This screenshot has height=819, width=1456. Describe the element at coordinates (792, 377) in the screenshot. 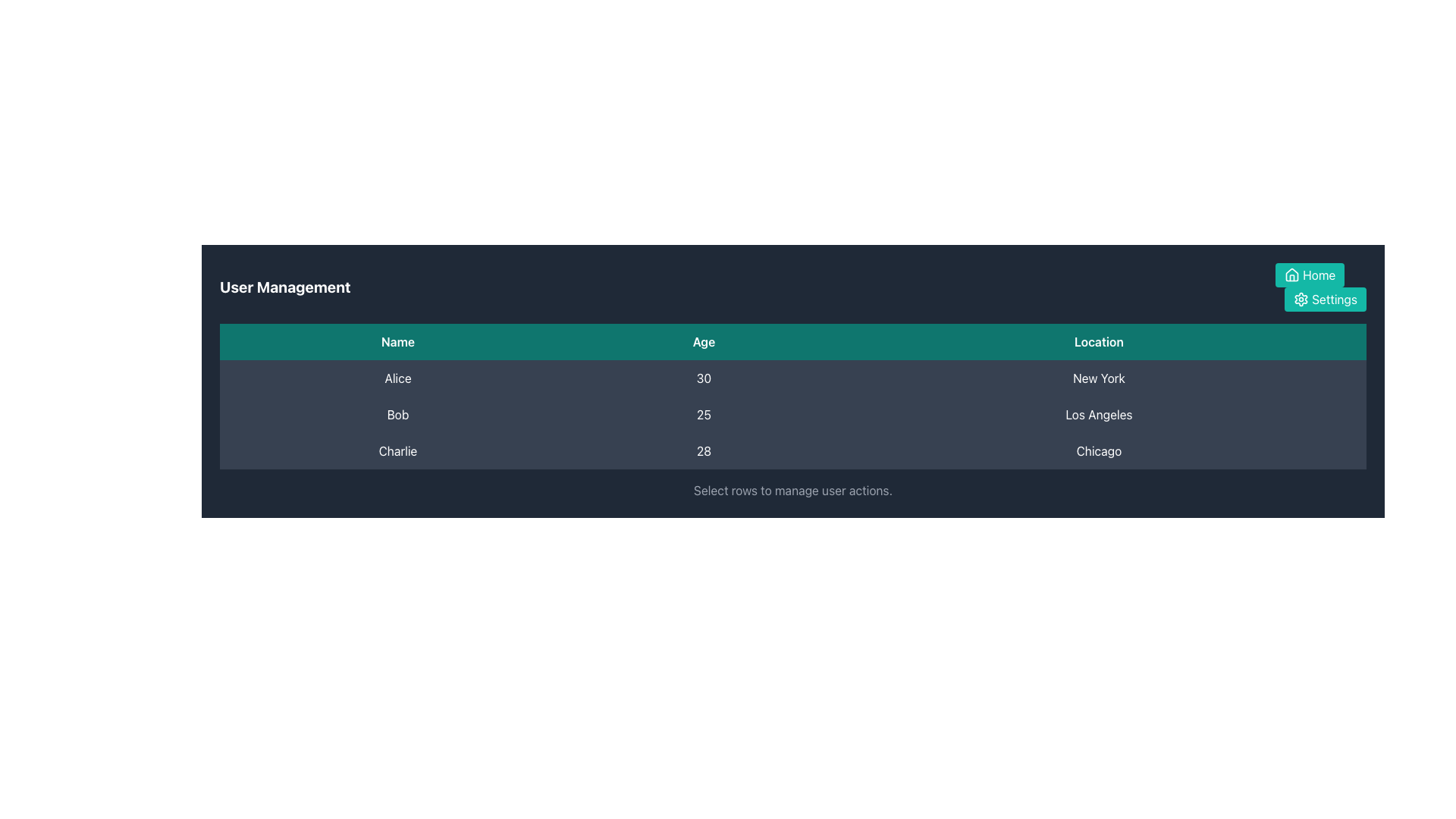

I see `the first row of the table displaying 'Alice', '30', and 'New York'` at that location.